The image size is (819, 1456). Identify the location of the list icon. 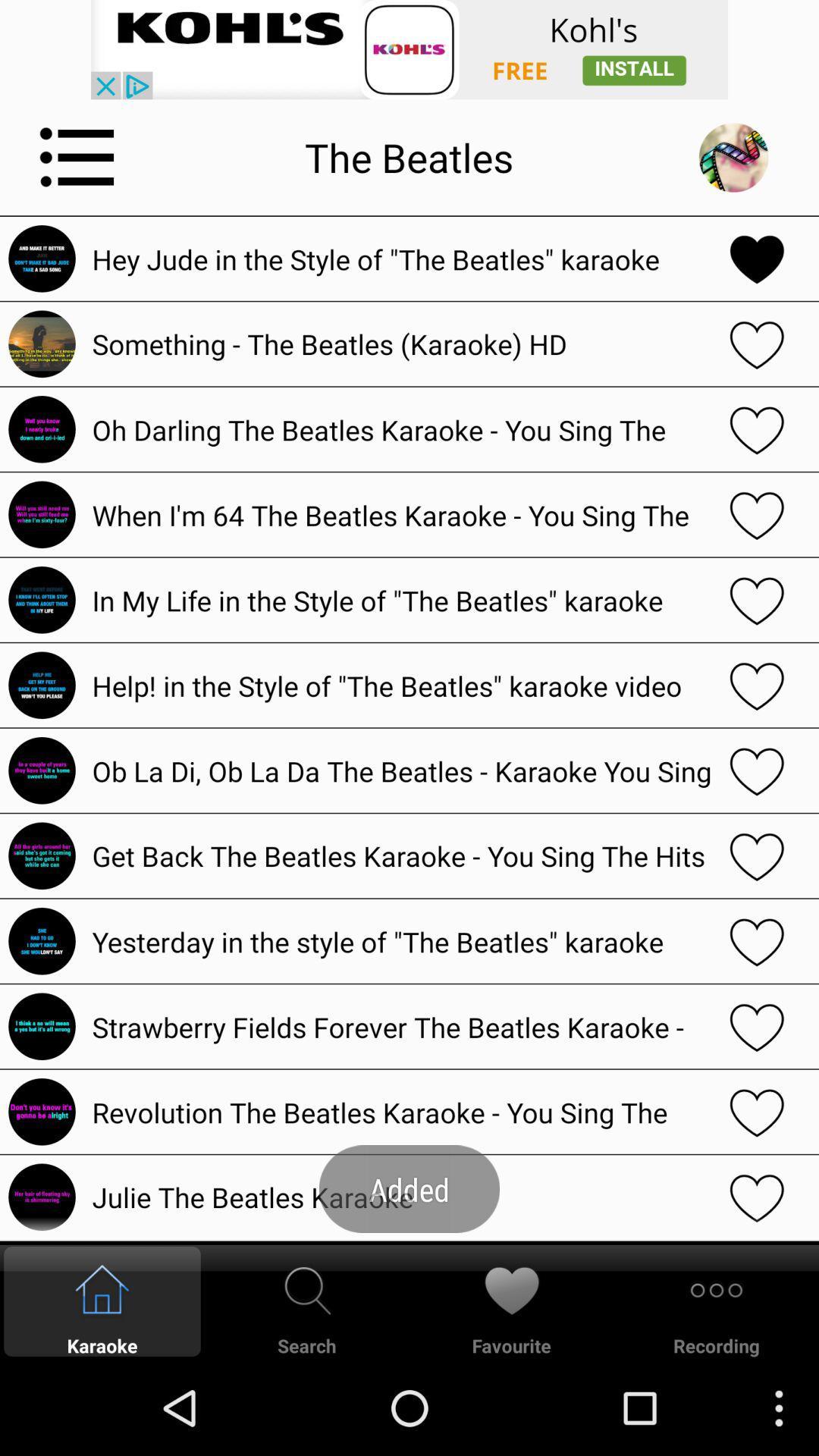
(77, 168).